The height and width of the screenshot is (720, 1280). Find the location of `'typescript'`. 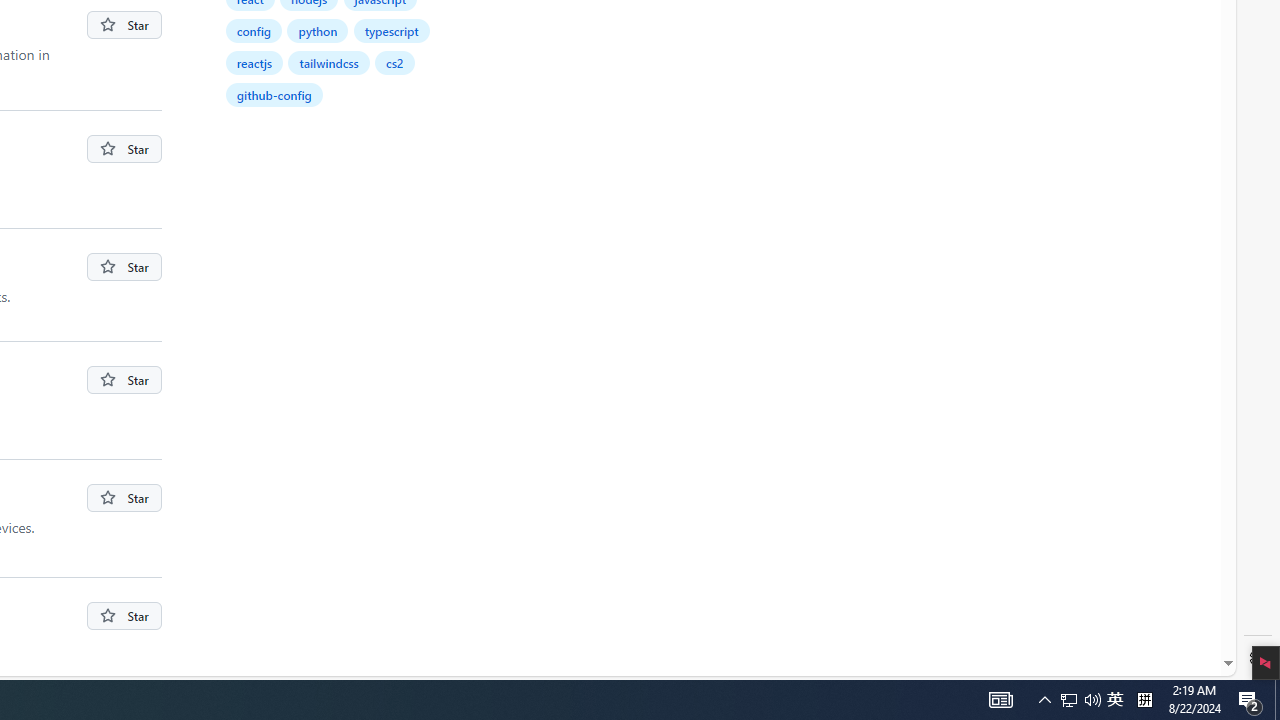

'typescript' is located at coordinates (392, 30).